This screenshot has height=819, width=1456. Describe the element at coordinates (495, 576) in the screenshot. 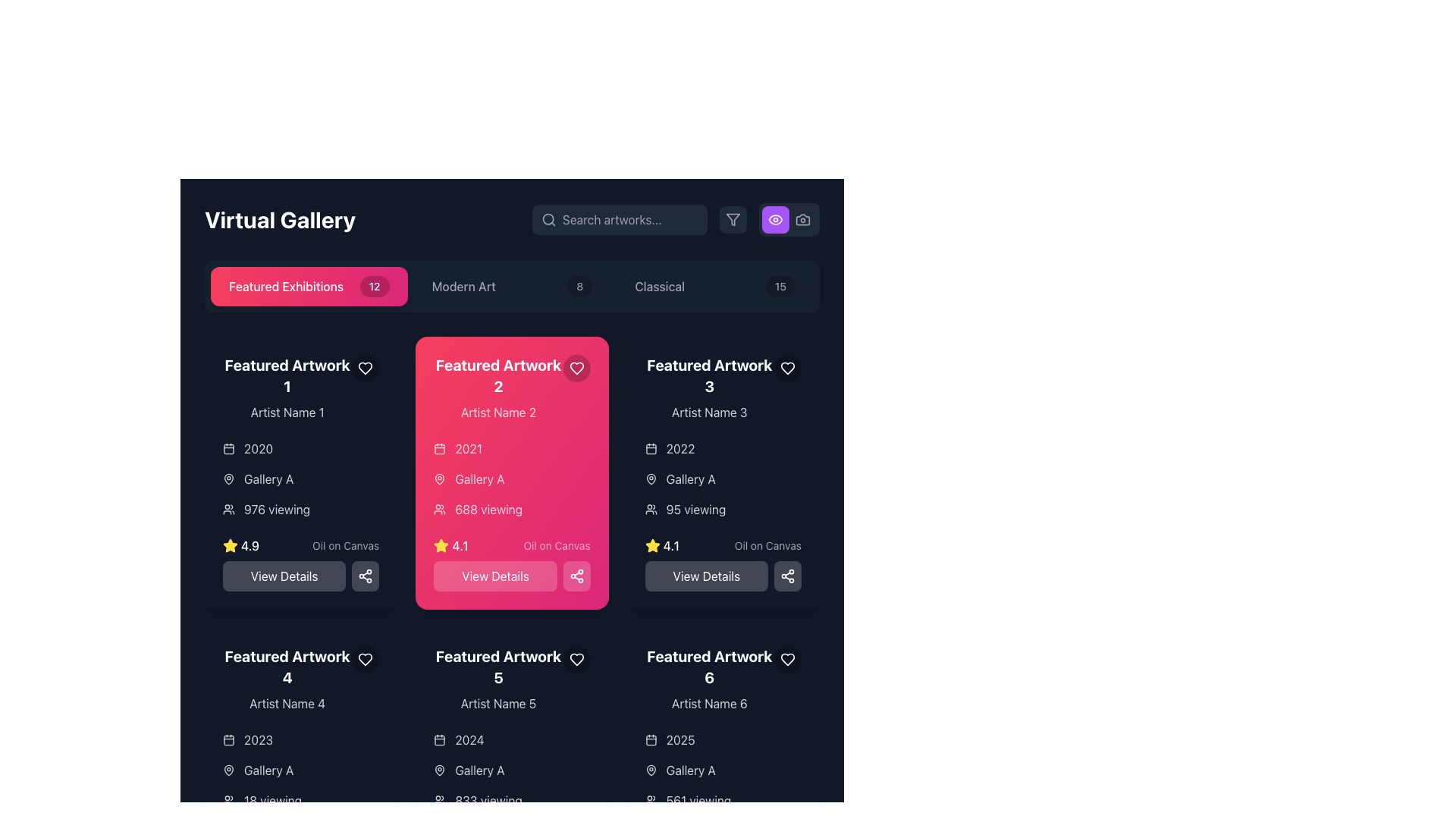

I see `the 'View Details' button located at the bottom-center of the 'Featured Artwork 2' card` at that location.